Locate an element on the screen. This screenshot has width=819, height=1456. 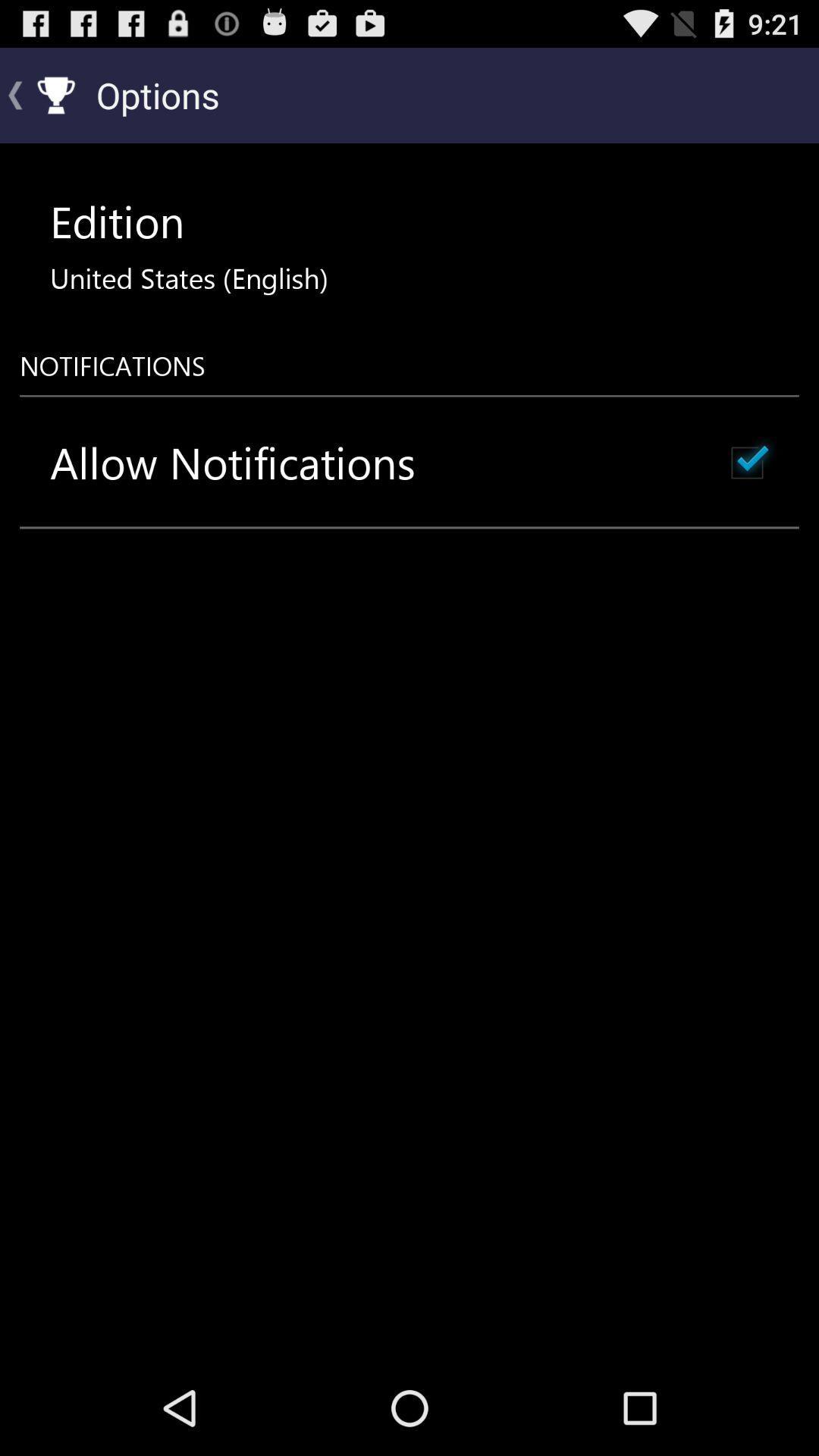
icon to the right of the allow notifications icon is located at coordinates (746, 462).